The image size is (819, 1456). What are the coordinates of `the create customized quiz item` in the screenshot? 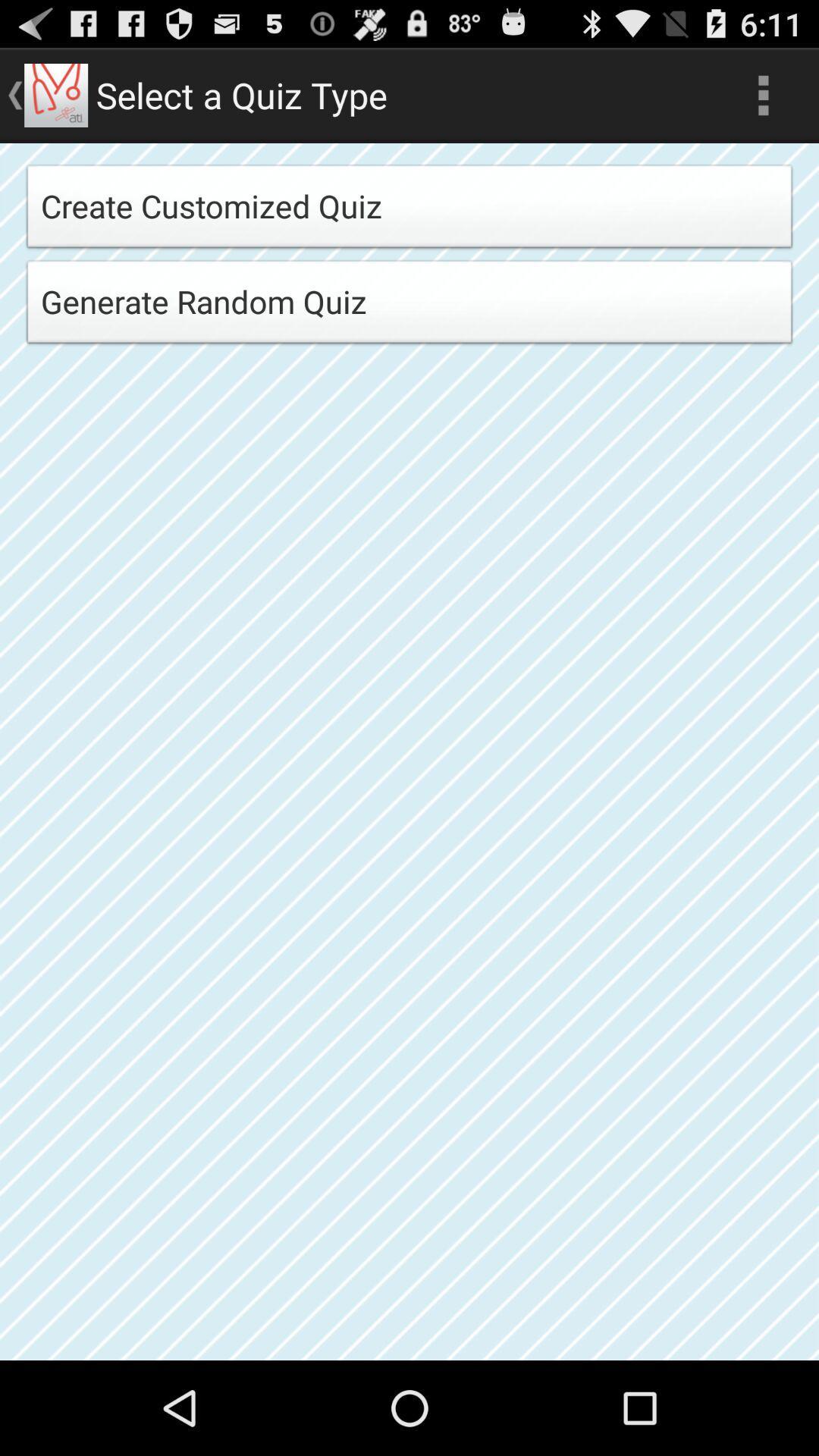 It's located at (409, 210).